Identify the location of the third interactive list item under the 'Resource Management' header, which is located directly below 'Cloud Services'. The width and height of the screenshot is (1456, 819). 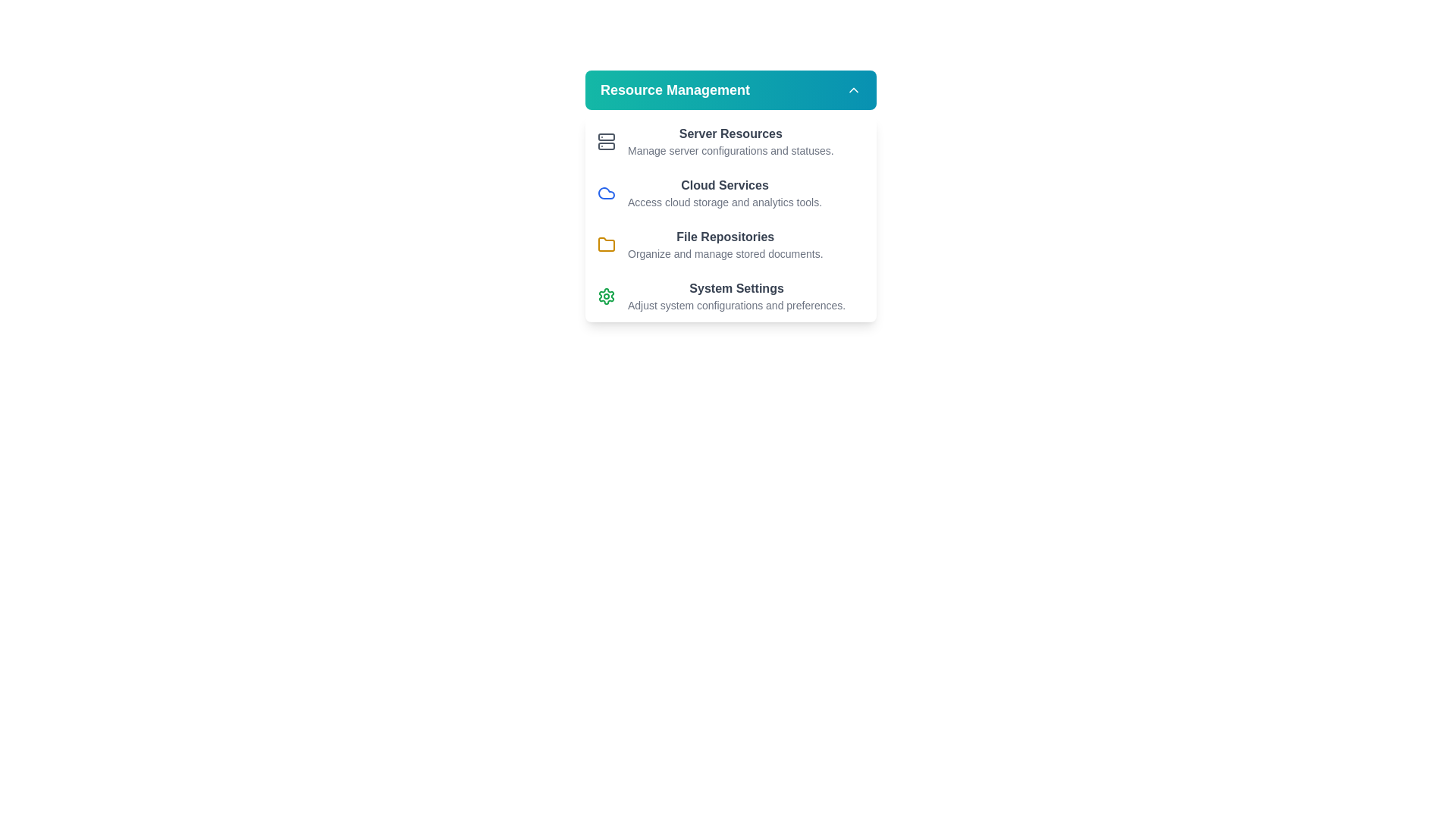
(731, 244).